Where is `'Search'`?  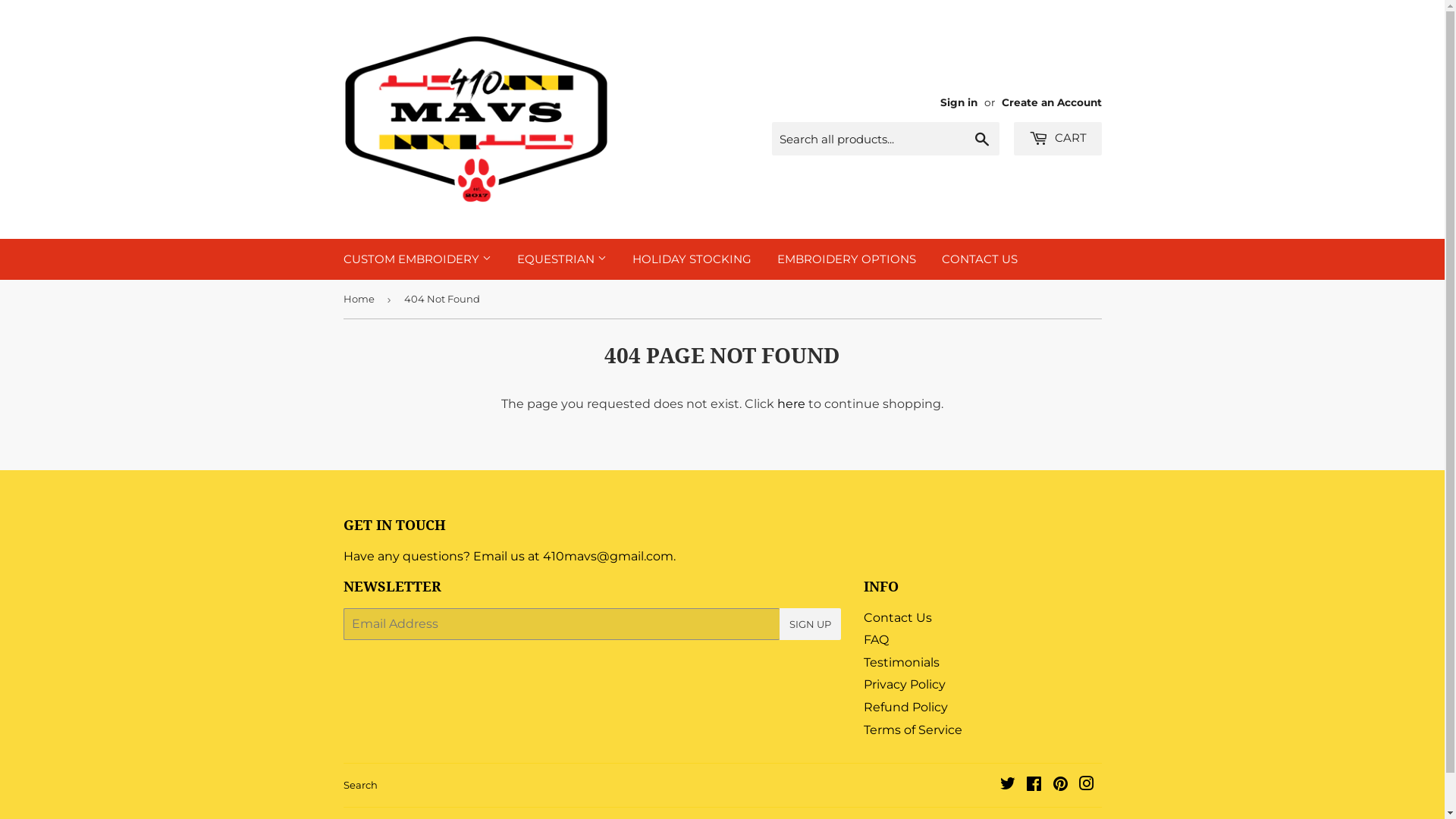
'Search' is located at coordinates (359, 784).